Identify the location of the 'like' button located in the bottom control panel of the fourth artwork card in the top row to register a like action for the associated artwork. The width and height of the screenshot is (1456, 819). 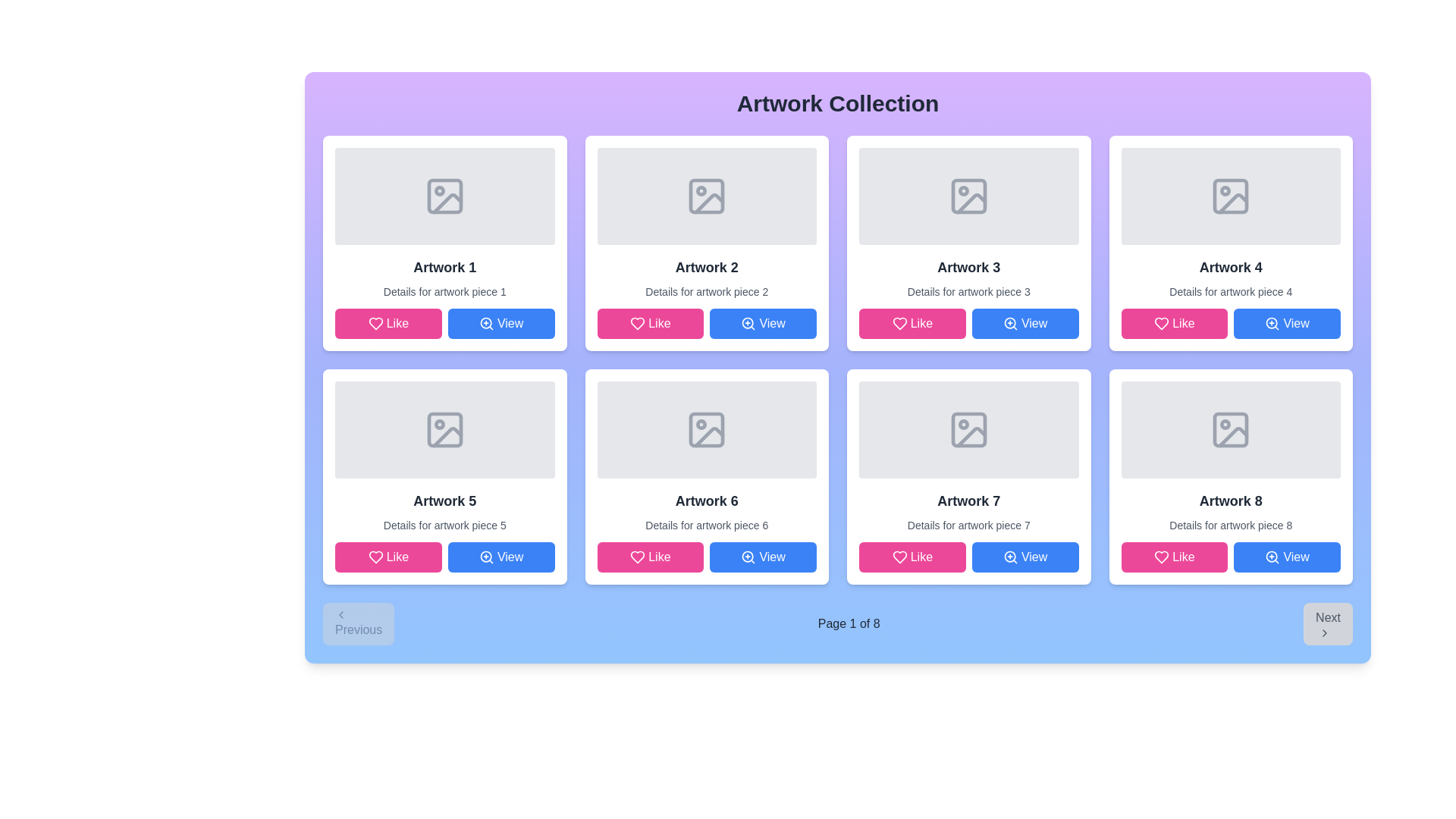
(1173, 323).